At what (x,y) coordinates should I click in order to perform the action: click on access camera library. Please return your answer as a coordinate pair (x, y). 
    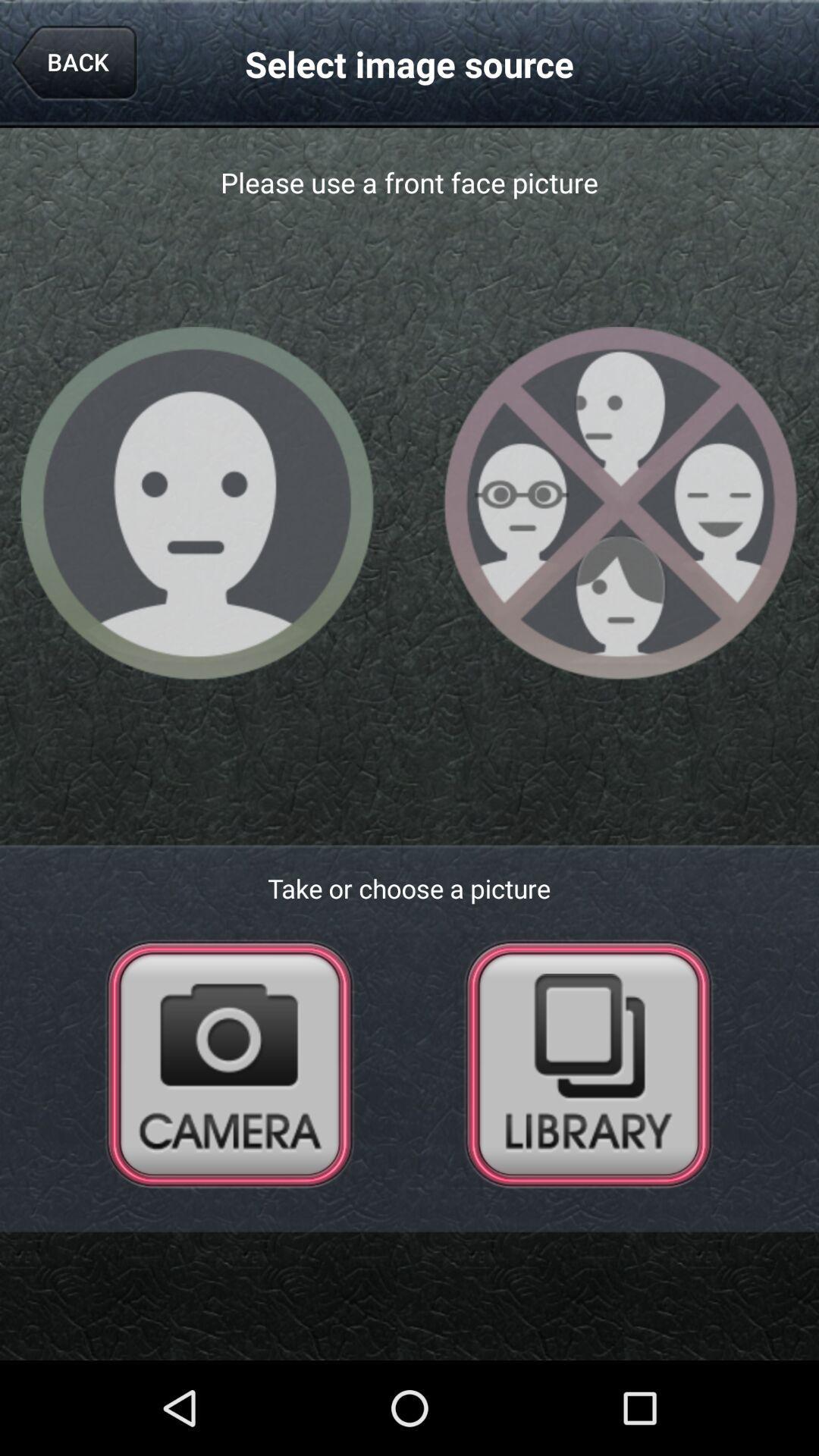
    Looking at the image, I should click on (588, 1062).